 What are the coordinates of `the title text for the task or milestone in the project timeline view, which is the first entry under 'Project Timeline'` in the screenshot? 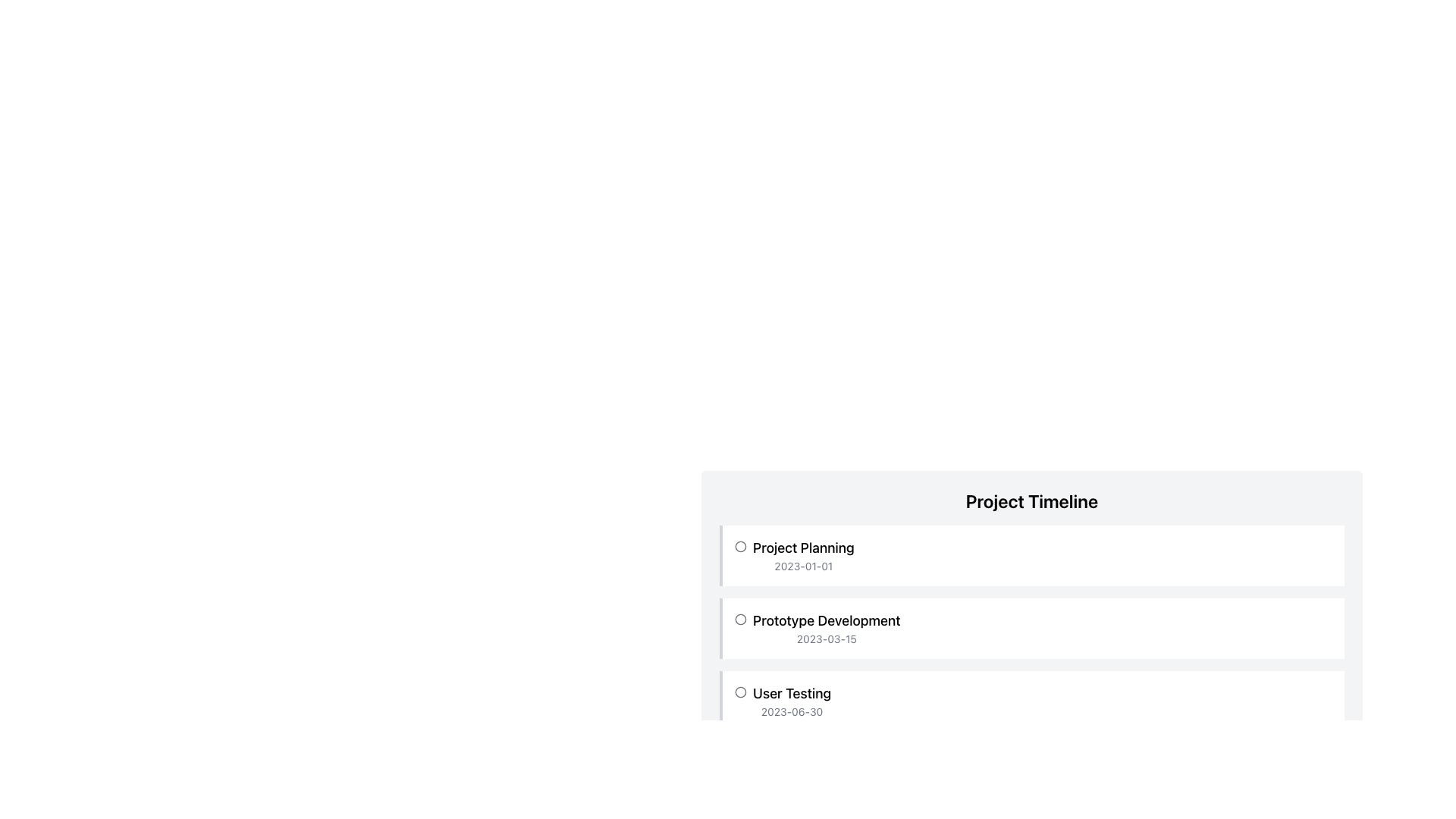 It's located at (802, 548).